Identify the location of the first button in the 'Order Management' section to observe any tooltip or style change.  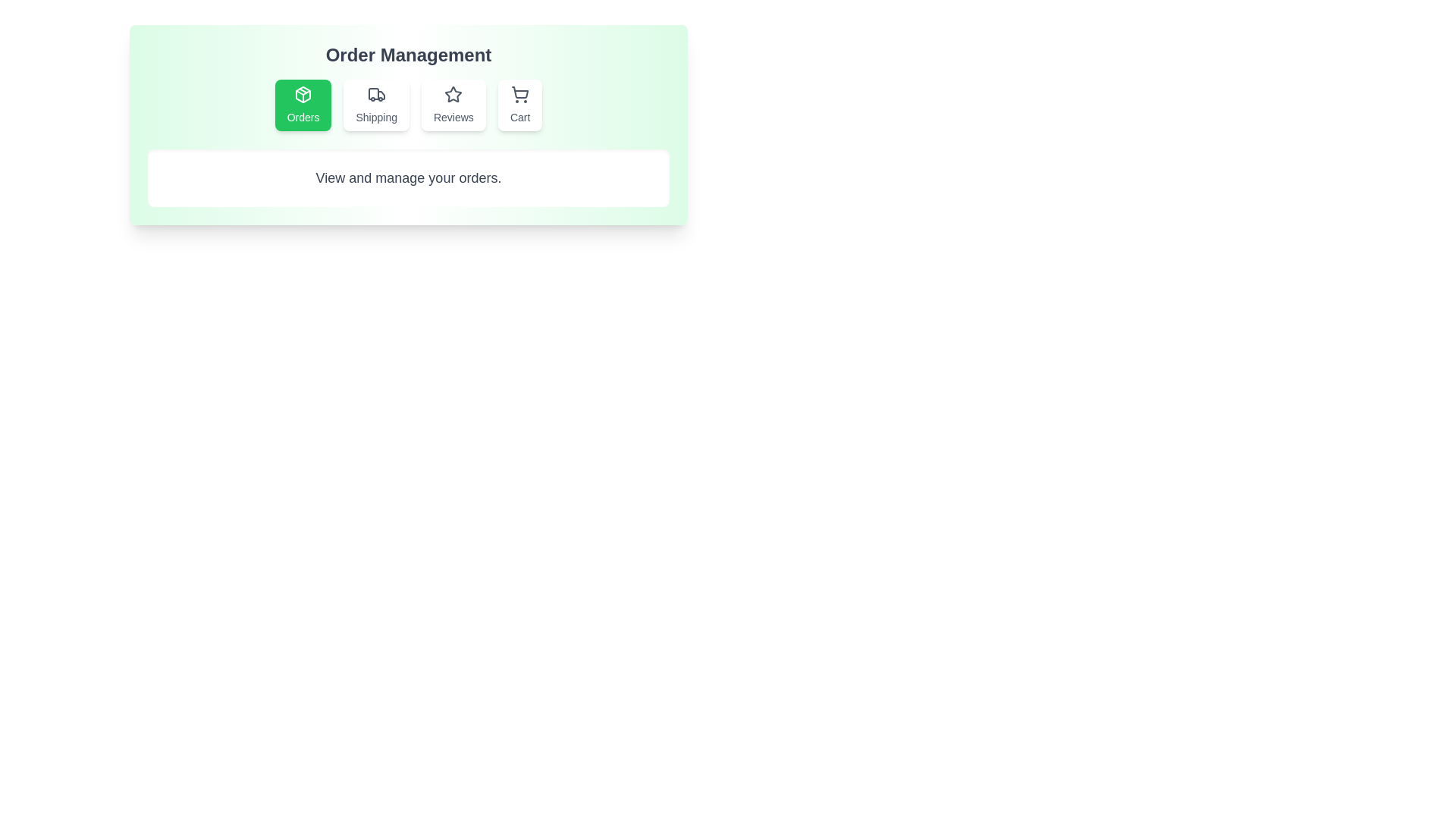
(303, 104).